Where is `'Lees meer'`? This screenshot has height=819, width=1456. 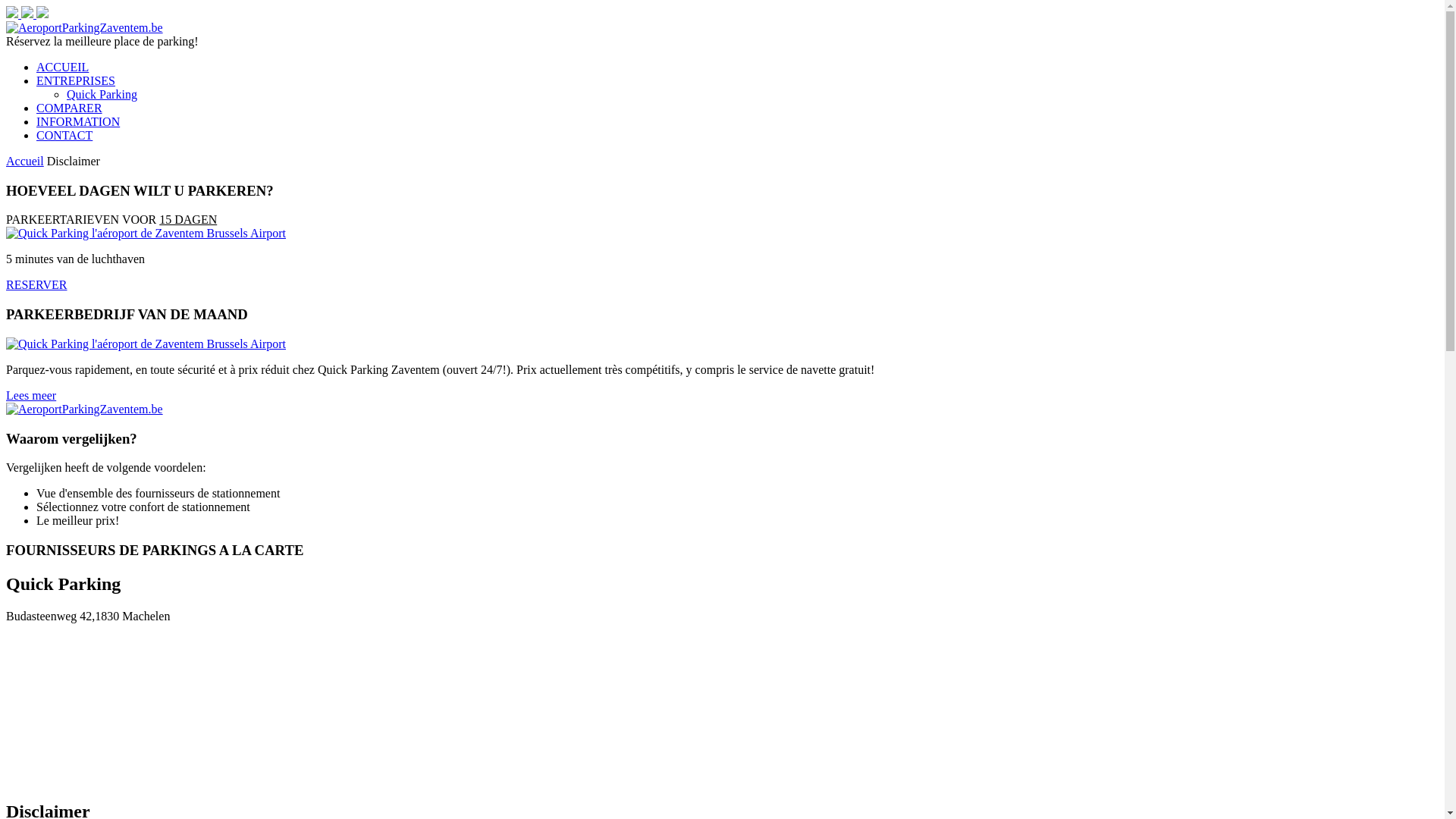 'Lees meer' is located at coordinates (31, 394).